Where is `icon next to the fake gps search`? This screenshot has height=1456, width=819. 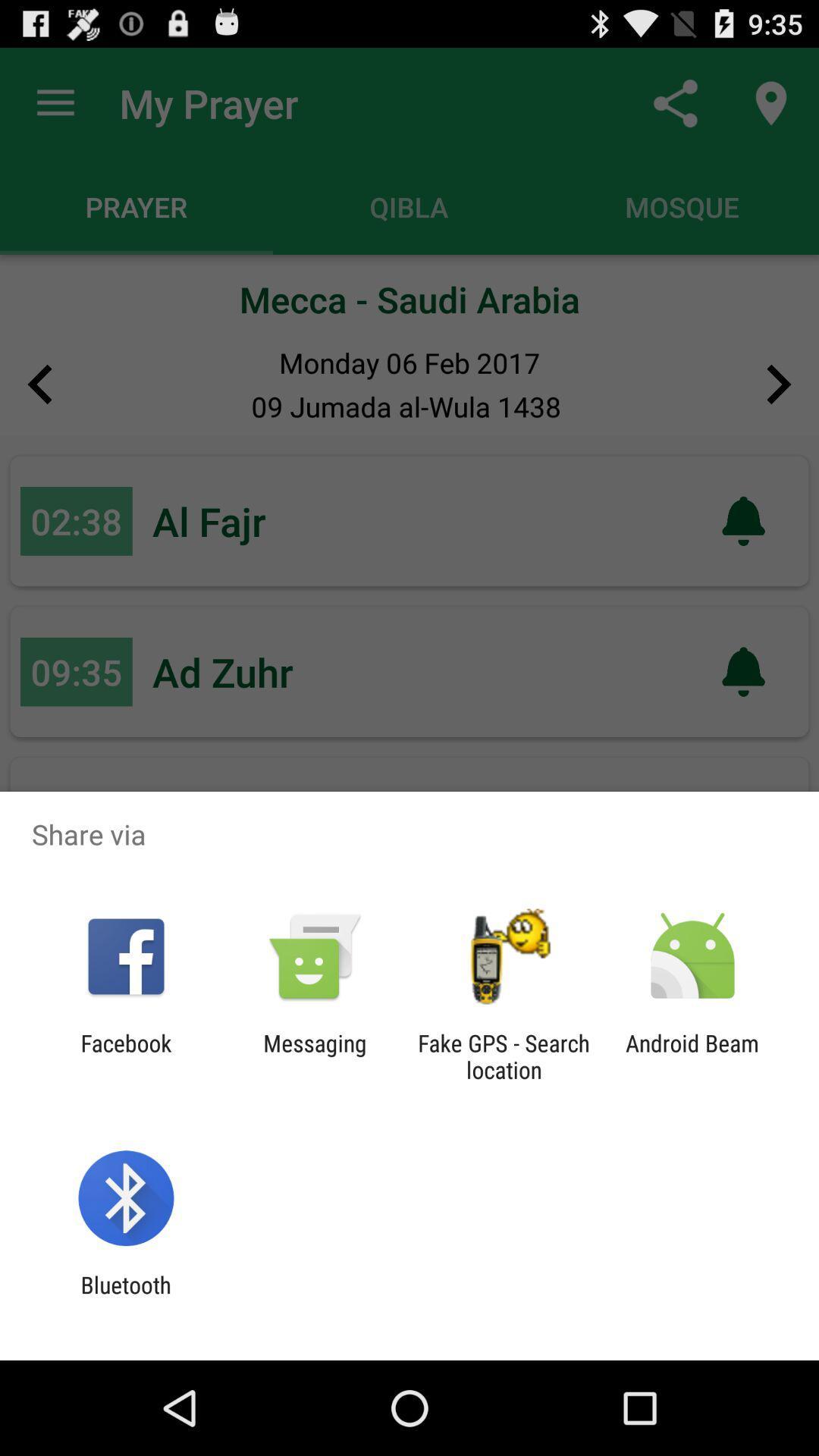
icon next to the fake gps search is located at coordinates (314, 1056).